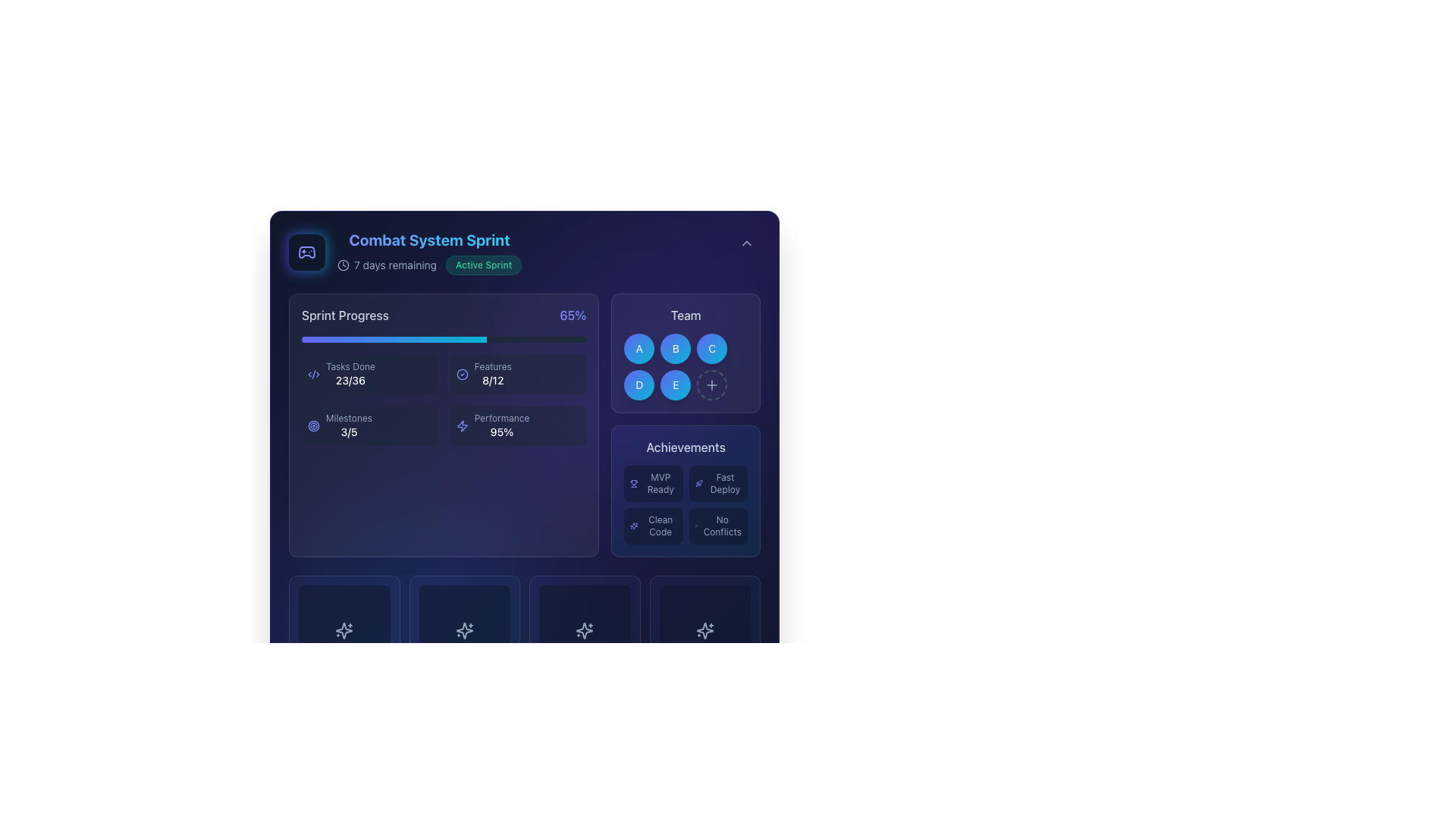 The height and width of the screenshot is (819, 1456). I want to click on the 'Features' text label located at the upper right section of the 'Sprint Progress' card, so click(493, 366).